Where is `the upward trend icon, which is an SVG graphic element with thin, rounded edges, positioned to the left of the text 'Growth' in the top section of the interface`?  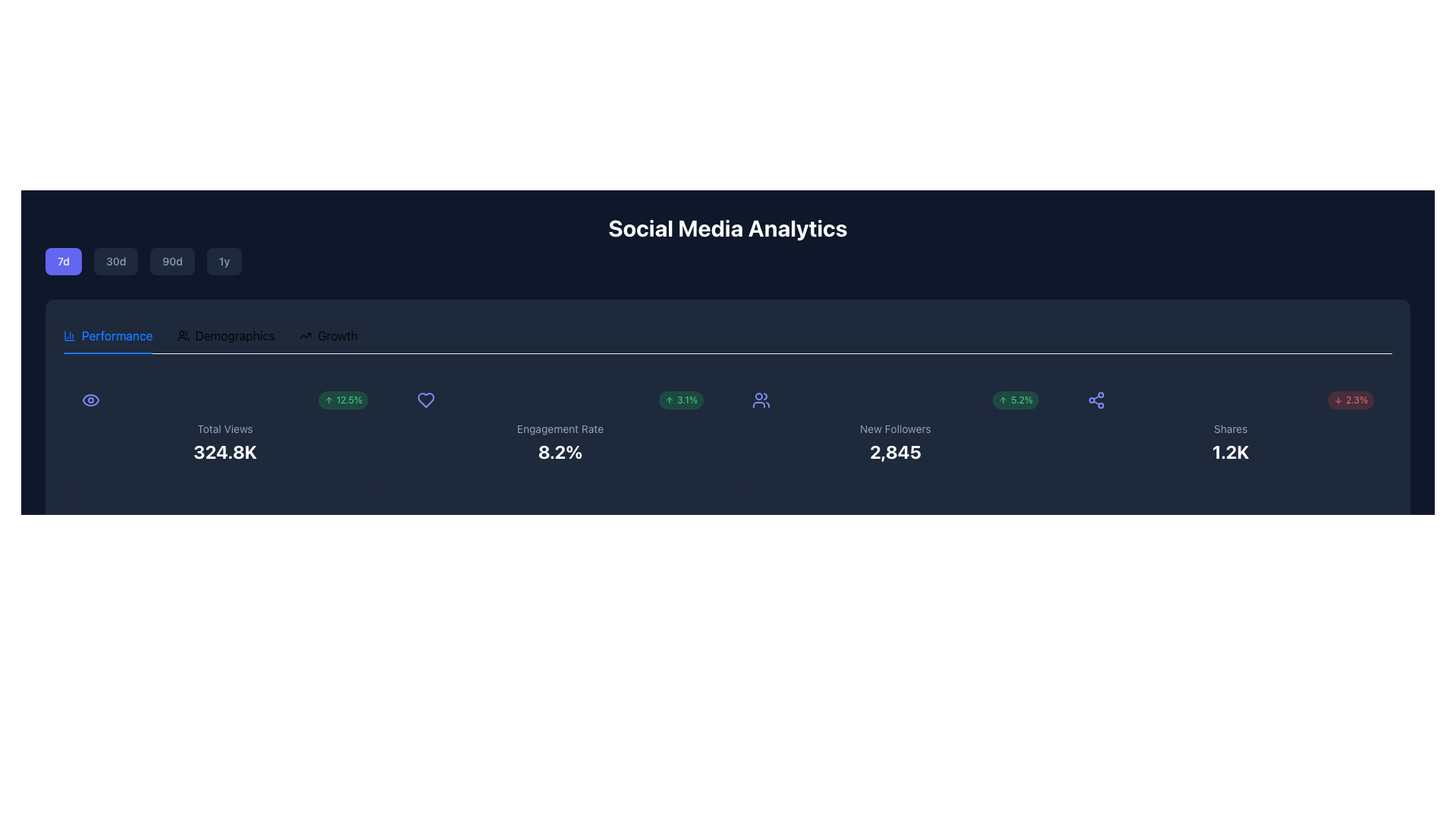
the upward trend icon, which is an SVG graphic element with thin, rounded edges, positioned to the left of the text 'Growth' in the top section of the interface is located at coordinates (305, 335).